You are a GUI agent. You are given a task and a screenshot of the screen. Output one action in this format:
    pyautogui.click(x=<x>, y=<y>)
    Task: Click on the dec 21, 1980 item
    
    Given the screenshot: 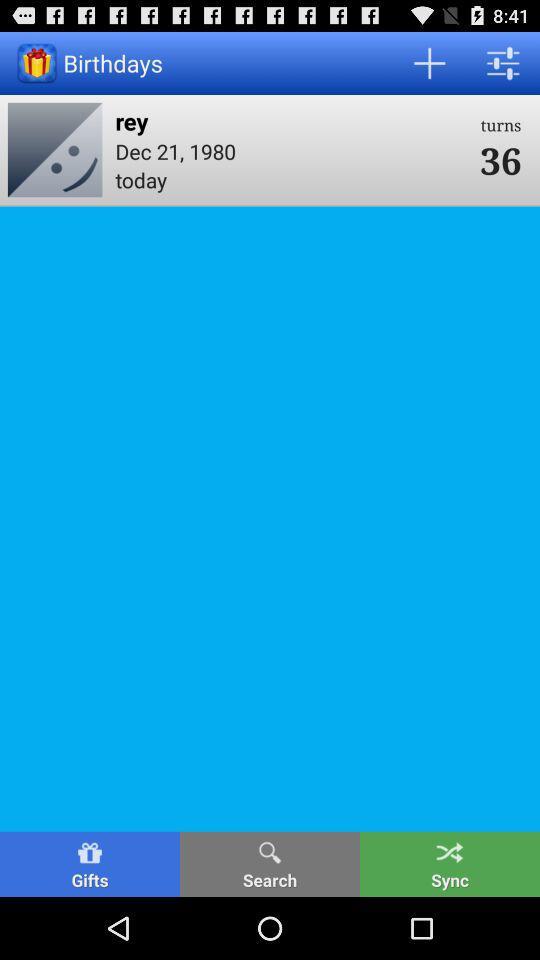 What is the action you would take?
    pyautogui.click(x=290, y=150)
    